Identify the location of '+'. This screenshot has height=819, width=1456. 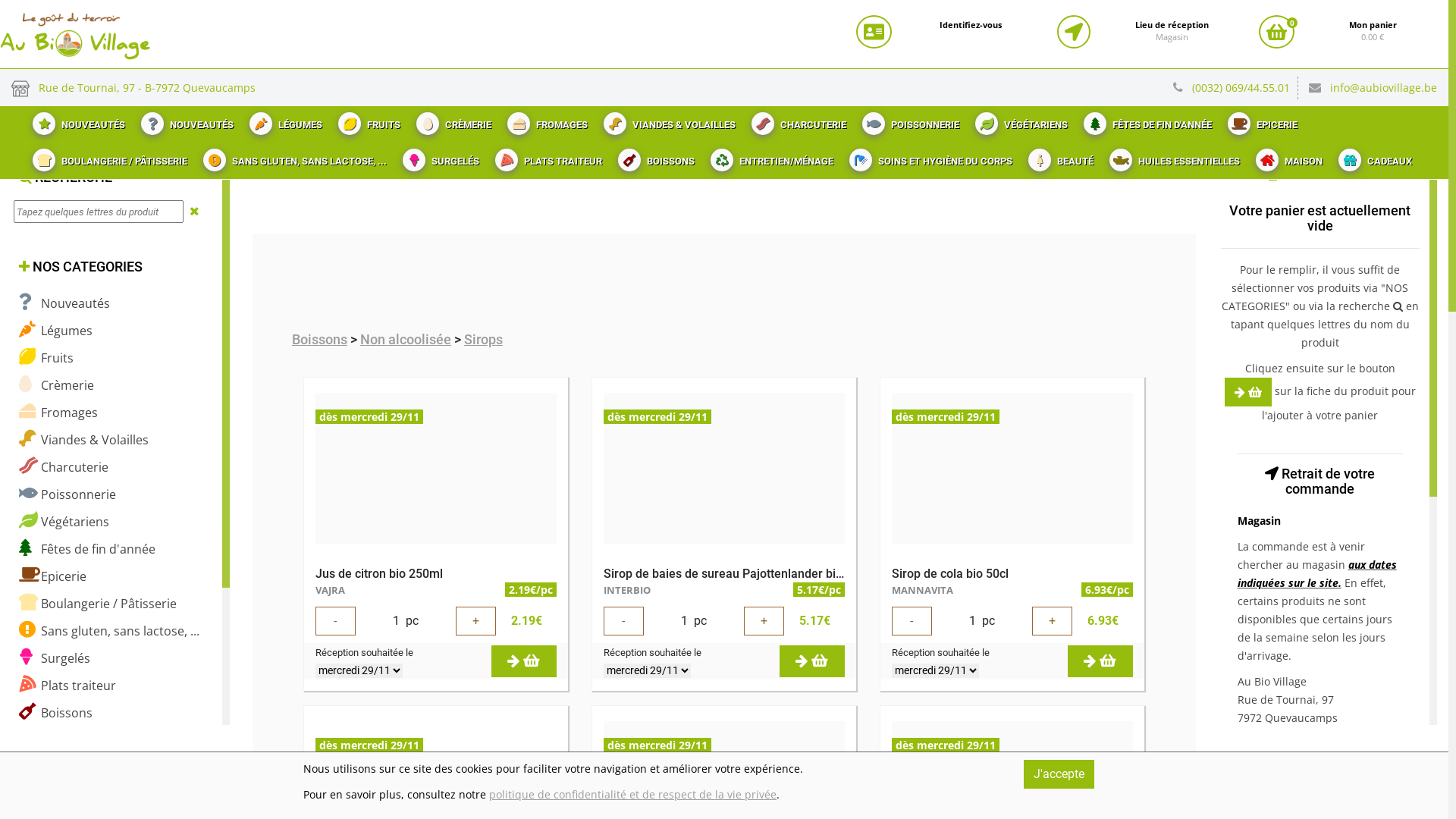
(1051, 620).